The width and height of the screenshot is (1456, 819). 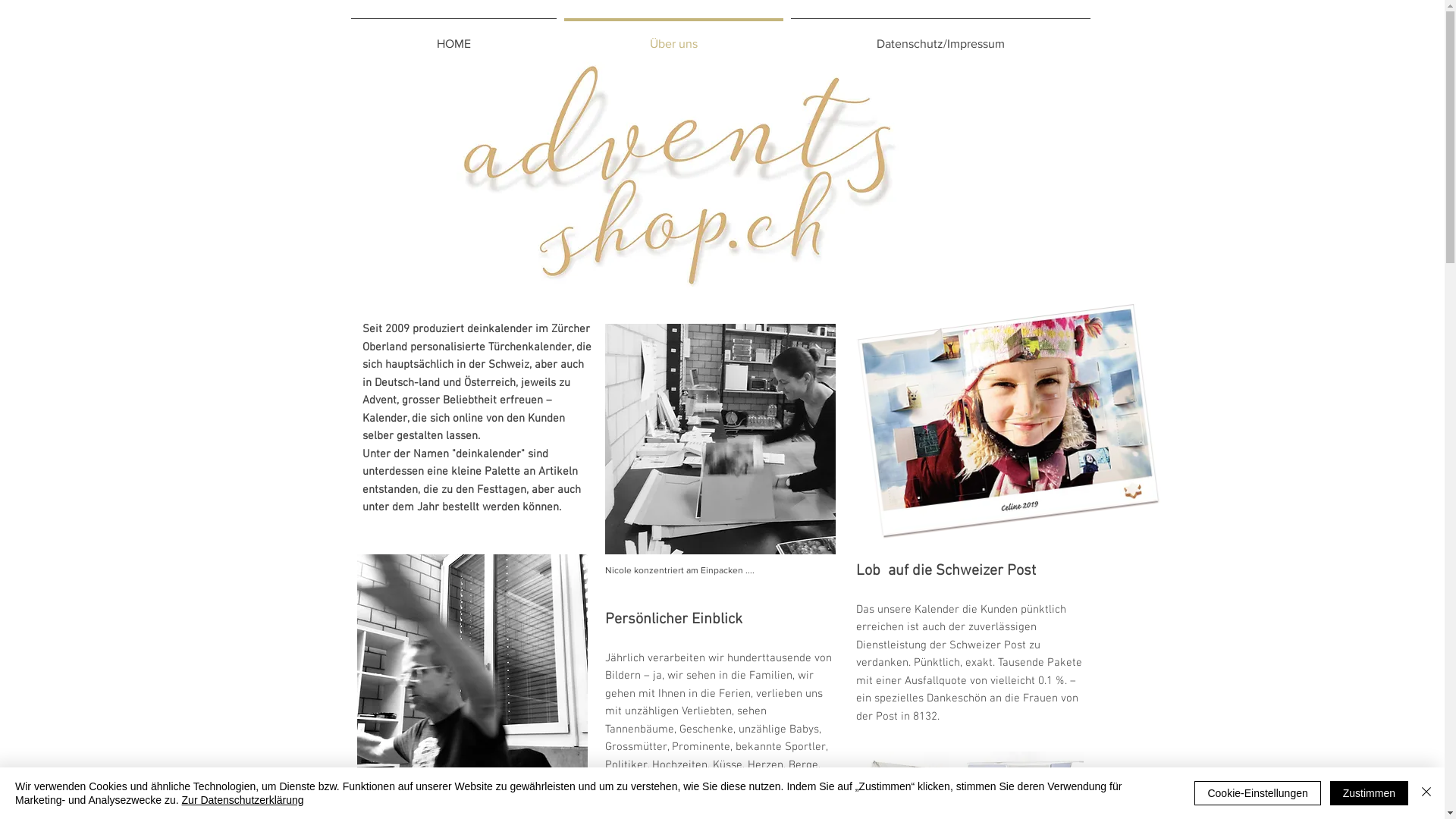 What do you see at coordinates (1257, 792) in the screenshot?
I see `'Cookie-Einstellungen'` at bounding box center [1257, 792].